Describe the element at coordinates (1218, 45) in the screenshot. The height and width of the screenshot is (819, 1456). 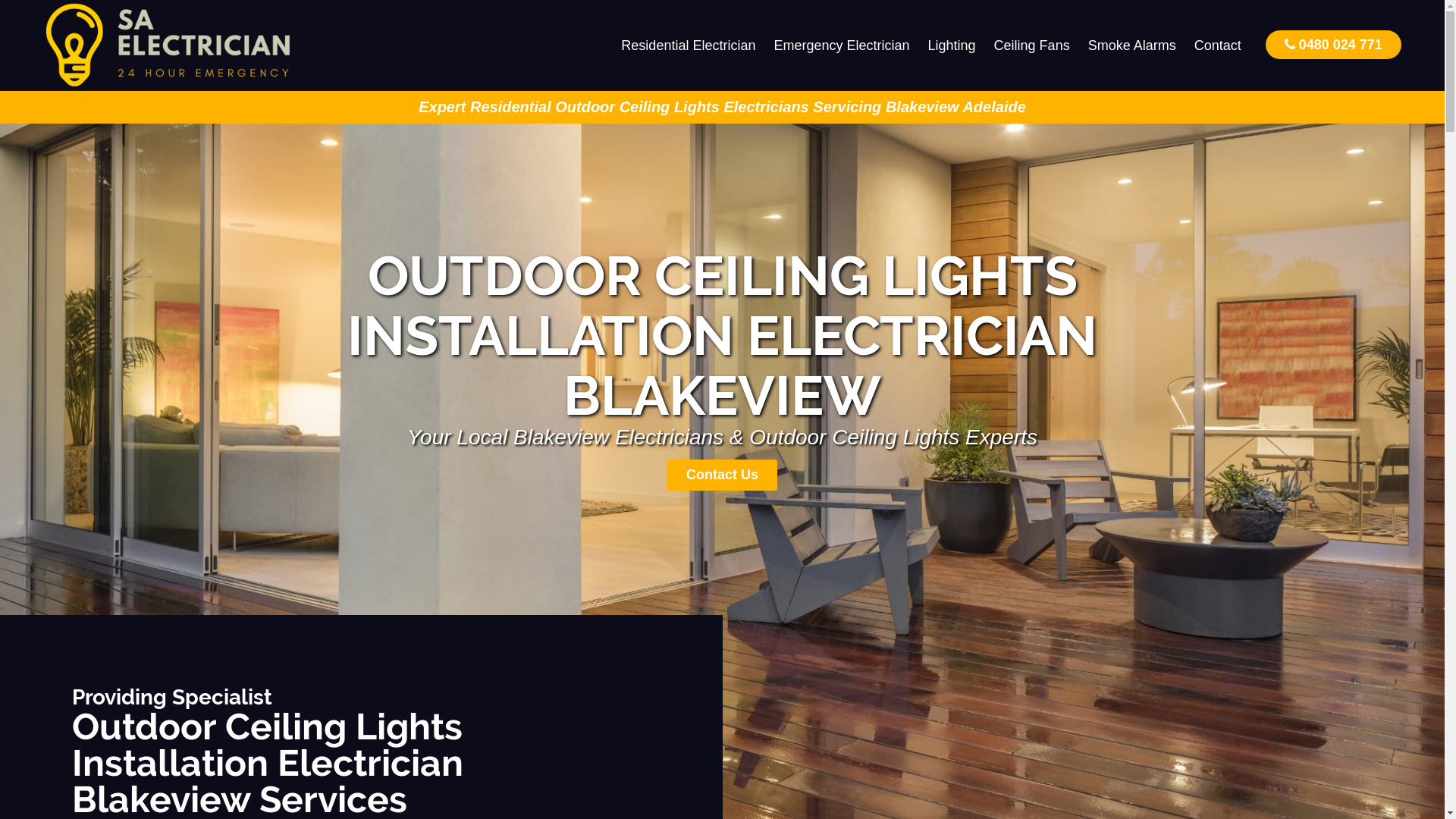
I see `'Contact'` at that location.